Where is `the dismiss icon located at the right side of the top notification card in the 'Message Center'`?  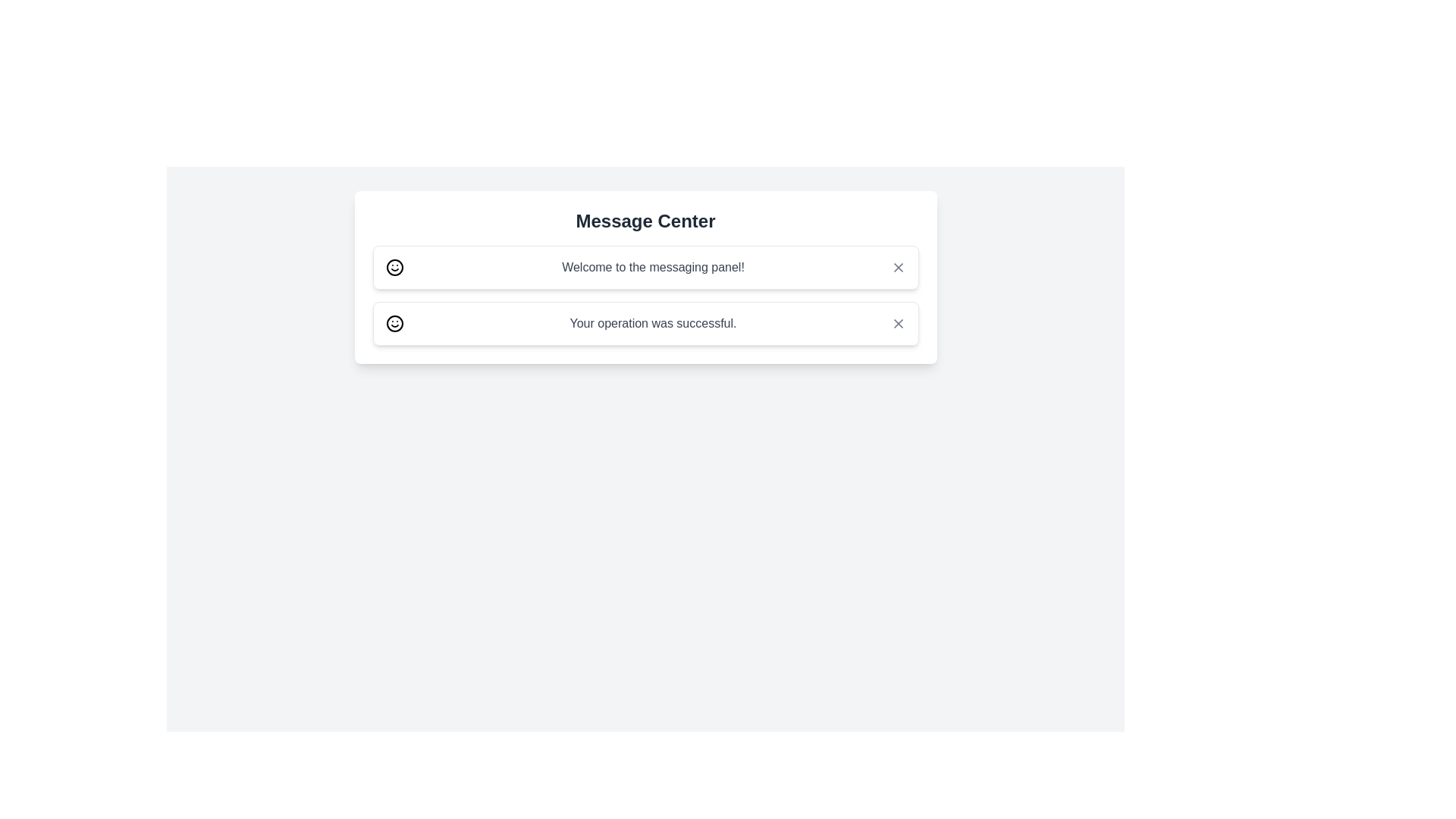 the dismiss icon located at the right side of the top notification card in the 'Message Center' is located at coordinates (898, 267).